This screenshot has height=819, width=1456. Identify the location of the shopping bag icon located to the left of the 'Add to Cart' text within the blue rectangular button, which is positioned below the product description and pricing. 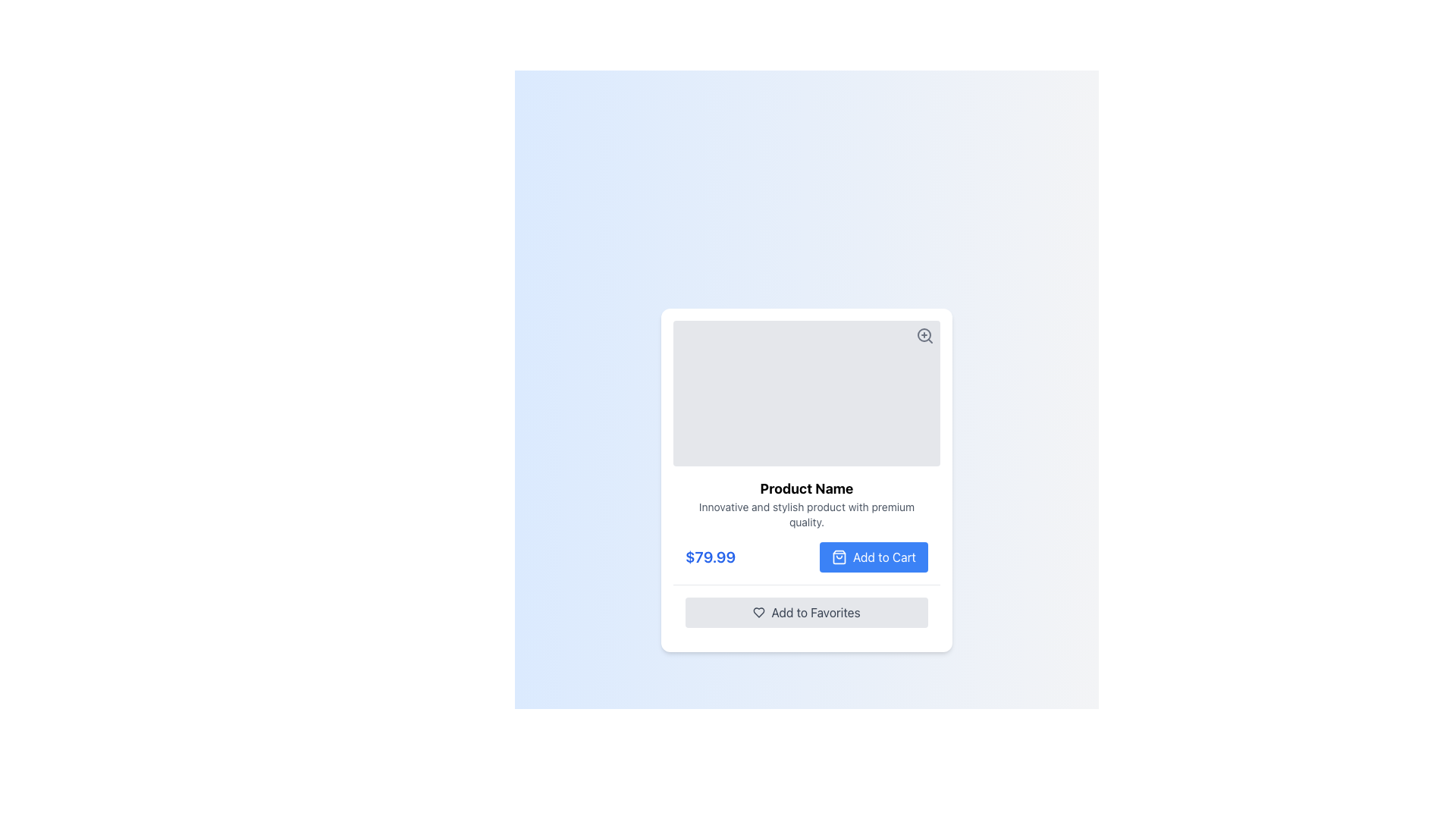
(838, 557).